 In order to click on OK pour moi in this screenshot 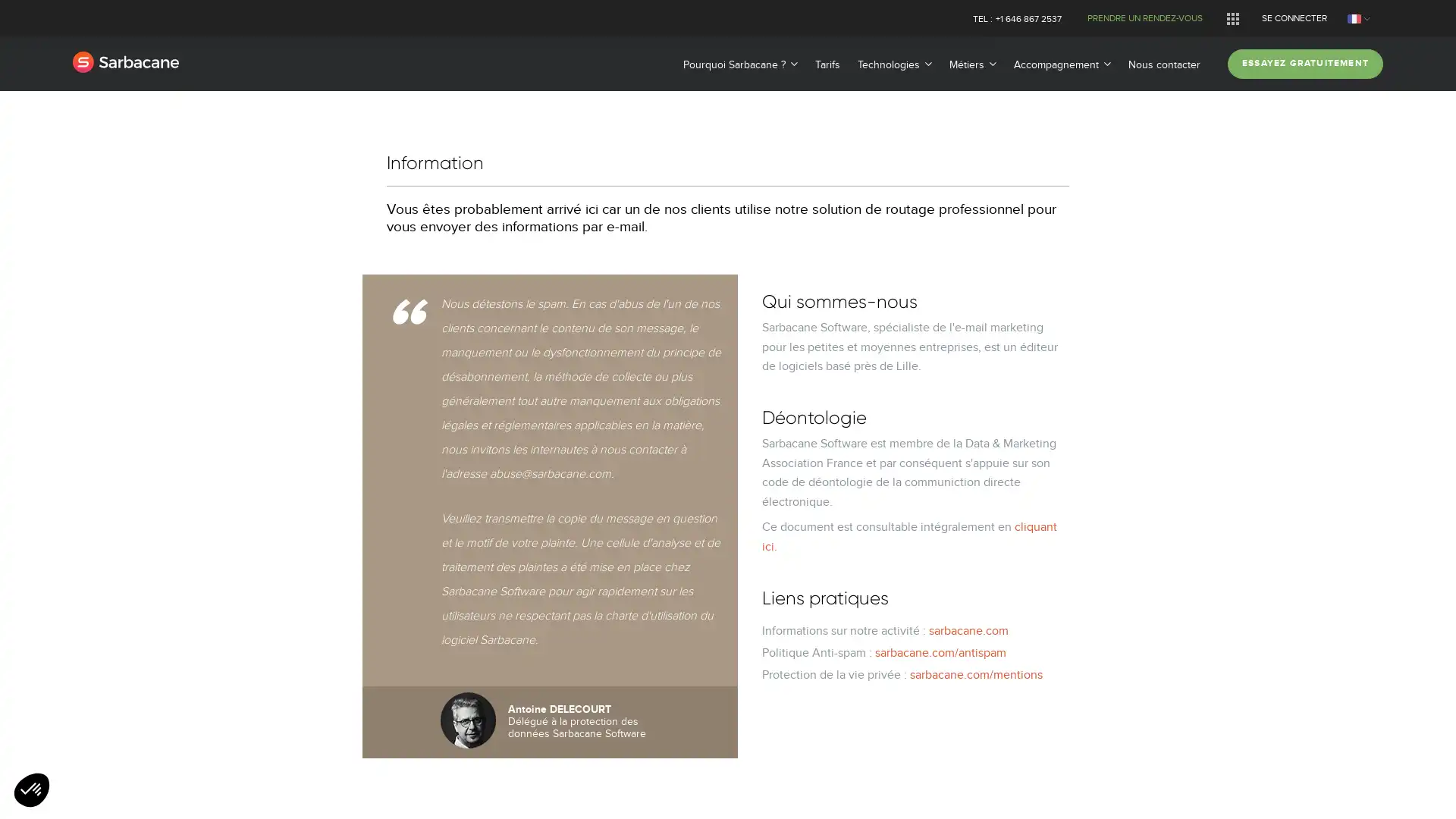, I will do `click(848, 513)`.